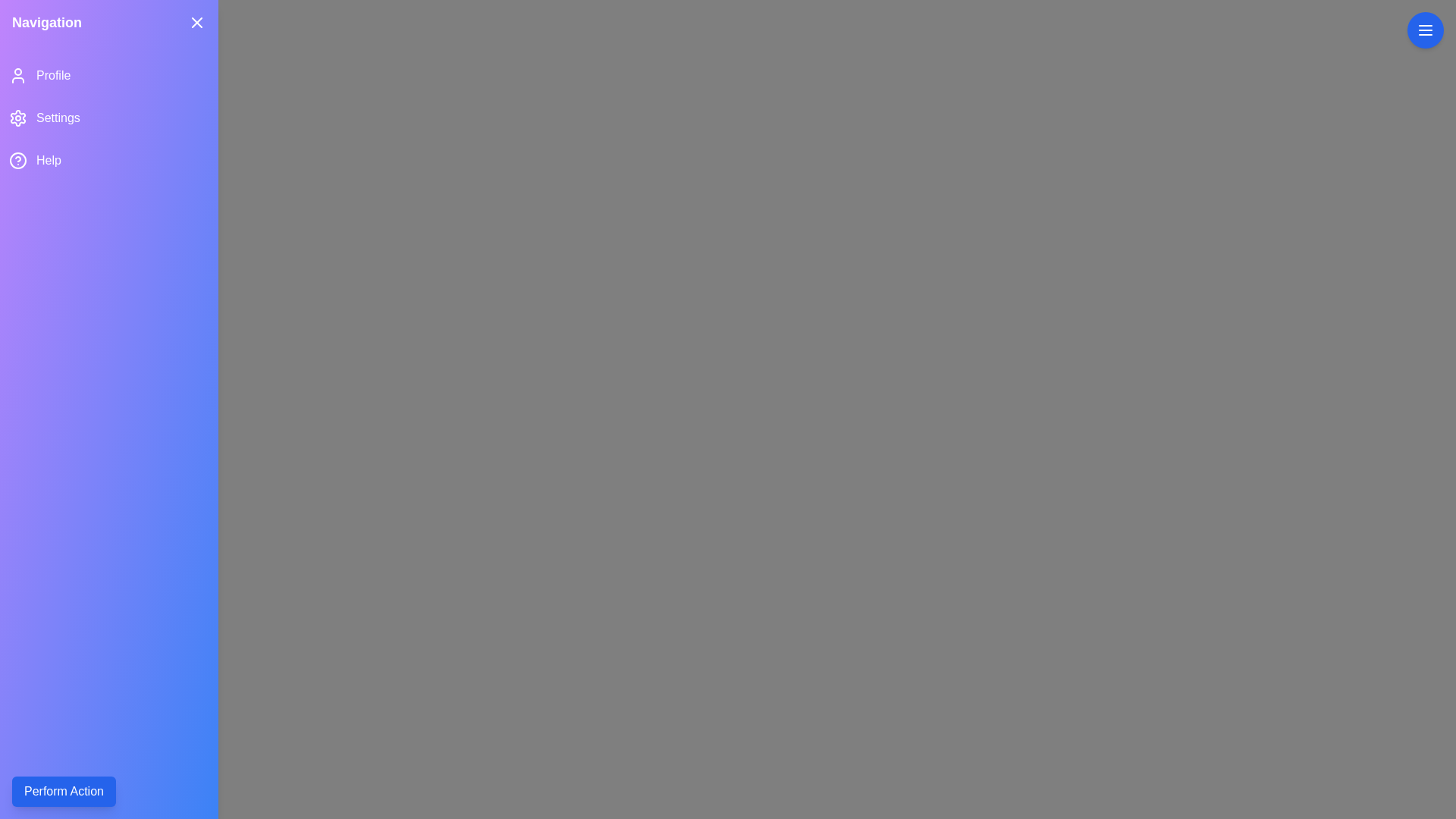  Describe the element at coordinates (196, 23) in the screenshot. I see `the close icon located at the top-right corner of the sidebar panel to hide or collapse the navigation menu` at that location.